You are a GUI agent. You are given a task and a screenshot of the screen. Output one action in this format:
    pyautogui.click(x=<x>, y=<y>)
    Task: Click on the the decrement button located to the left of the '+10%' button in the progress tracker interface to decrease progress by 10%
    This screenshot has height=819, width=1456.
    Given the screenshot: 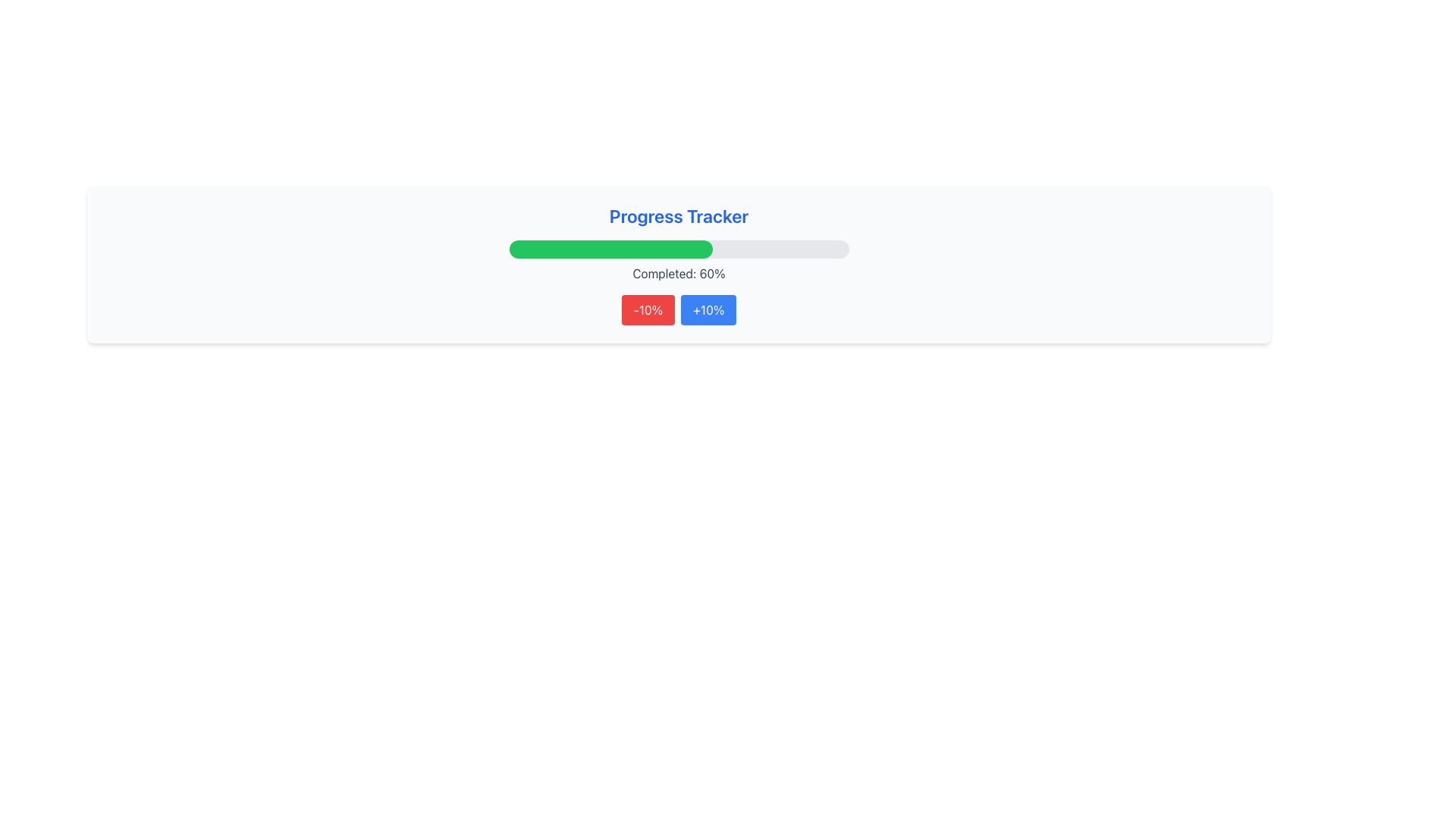 What is the action you would take?
    pyautogui.click(x=648, y=309)
    